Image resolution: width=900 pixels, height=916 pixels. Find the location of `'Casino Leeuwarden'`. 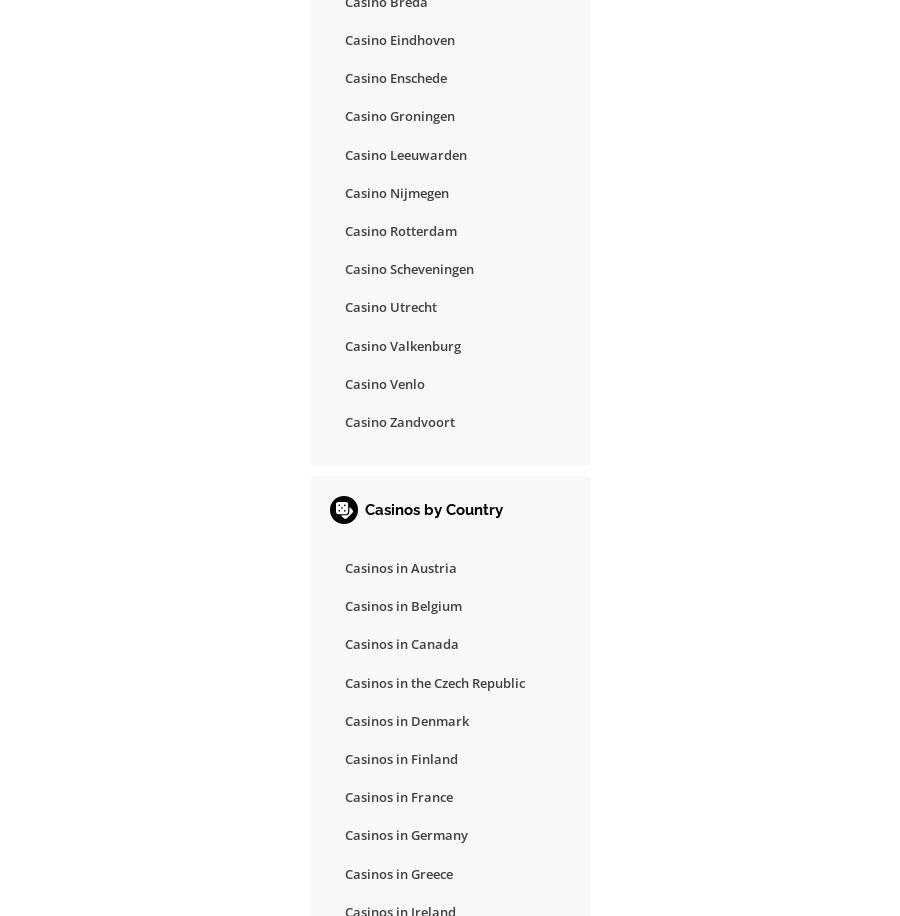

'Casino Leeuwarden' is located at coordinates (405, 153).